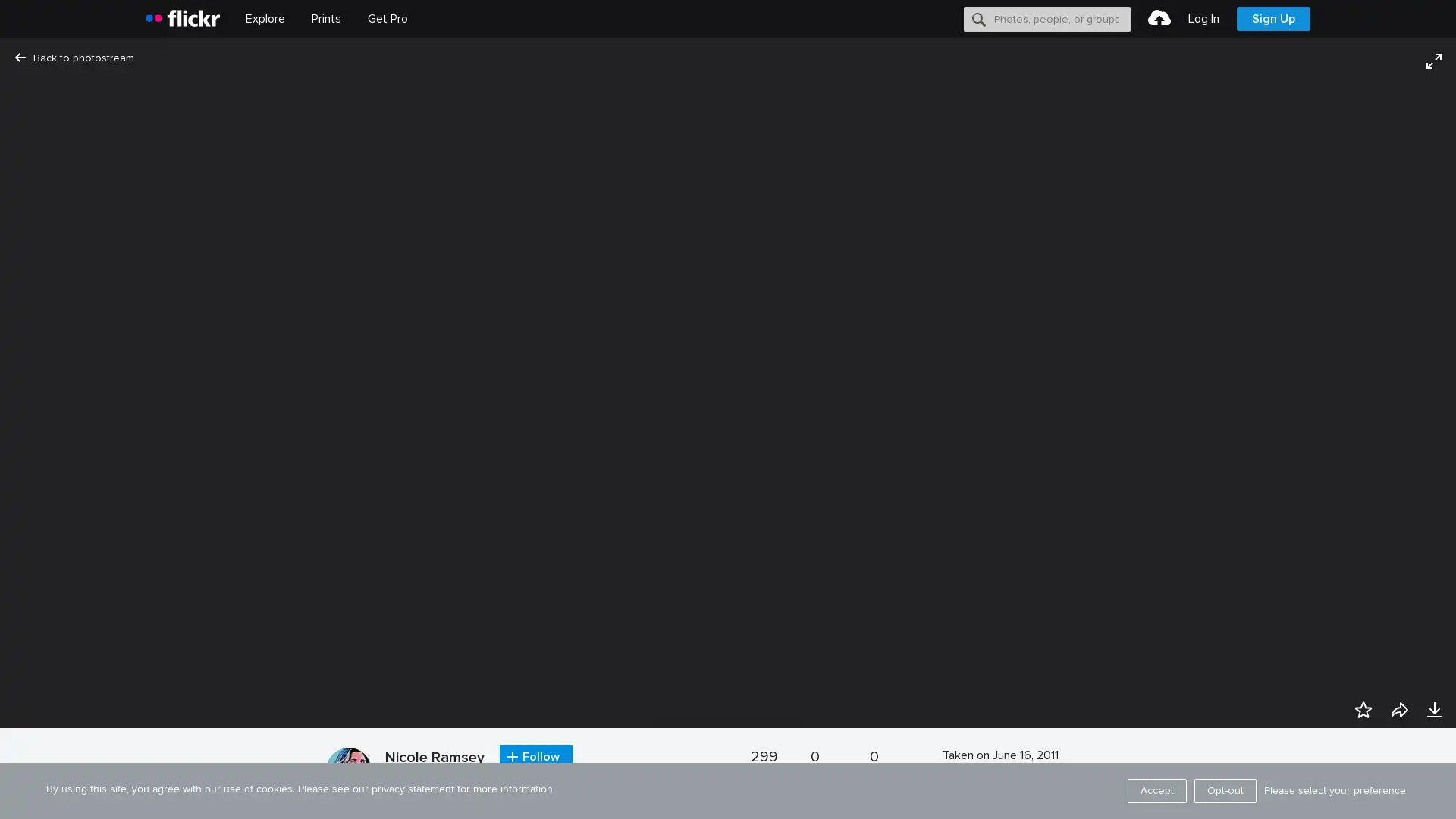 This screenshot has height=819, width=1456. Describe the element at coordinates (979, 18) in the screenshot. I see `Search` at that location.